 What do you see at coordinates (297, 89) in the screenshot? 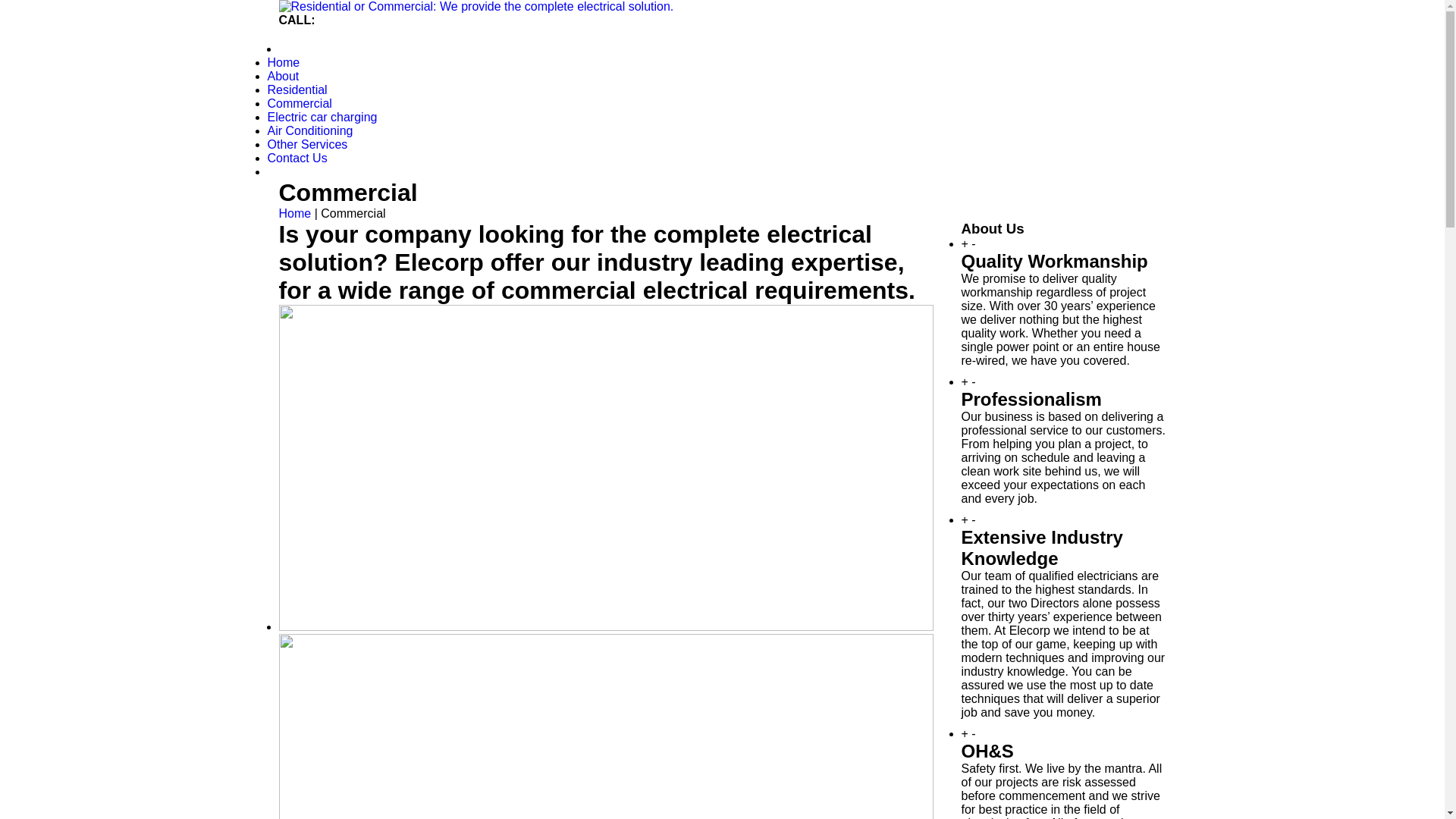
I see `'Residential'` at bounding box center [297, 89].